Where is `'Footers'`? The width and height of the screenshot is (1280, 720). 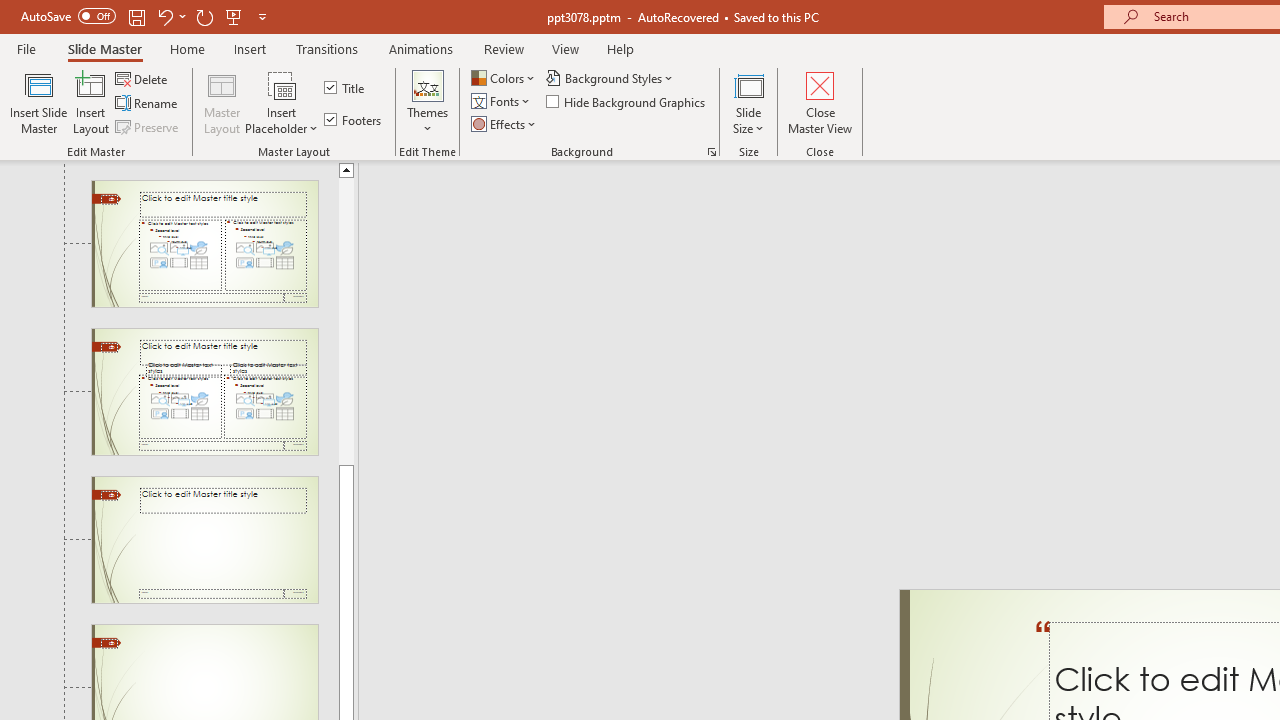 'Footers' is located at coordinates (354, 119).